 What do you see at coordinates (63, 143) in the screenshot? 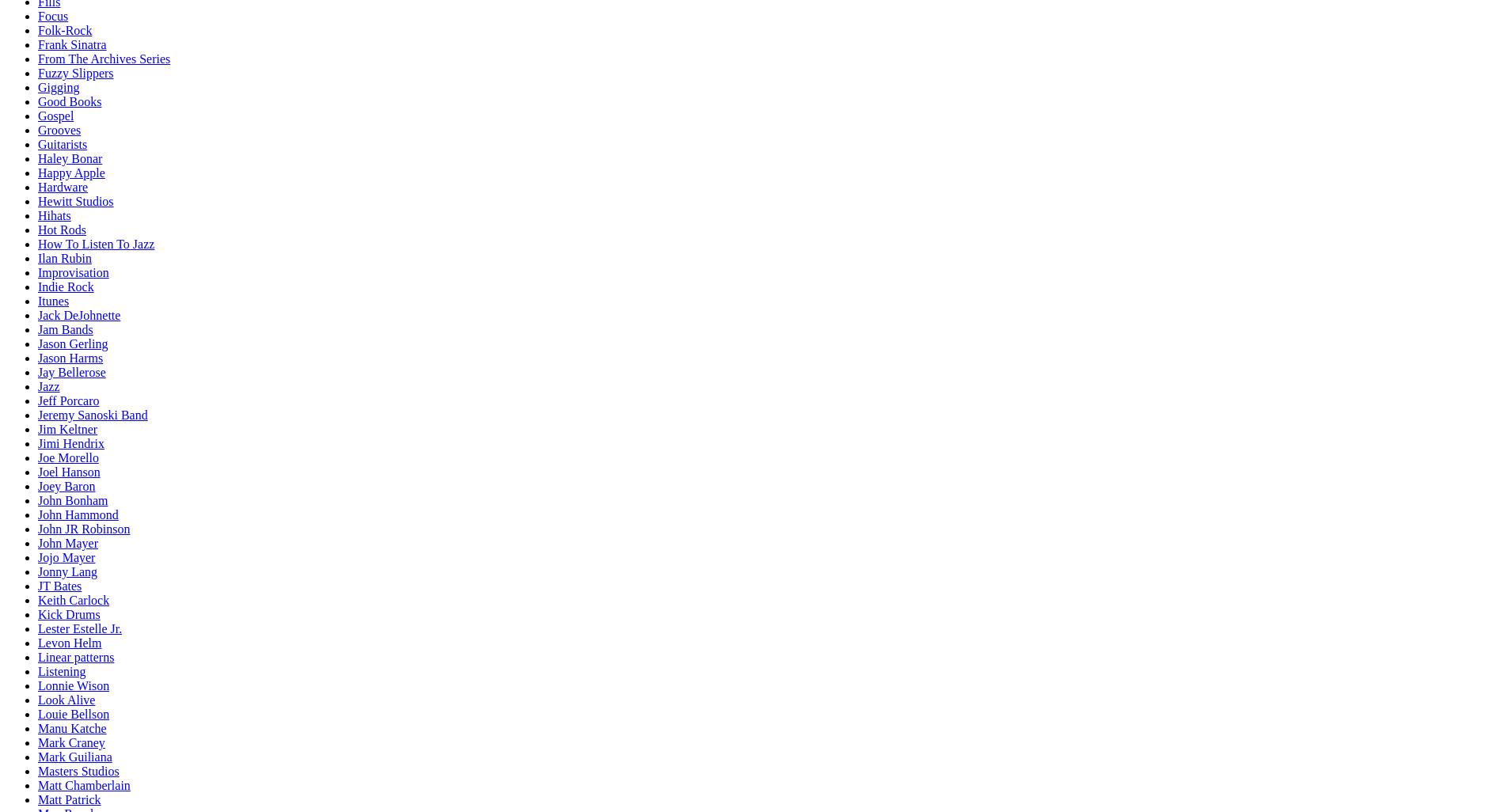
I see `'Guitarists'` at bounding box center [63, 143].